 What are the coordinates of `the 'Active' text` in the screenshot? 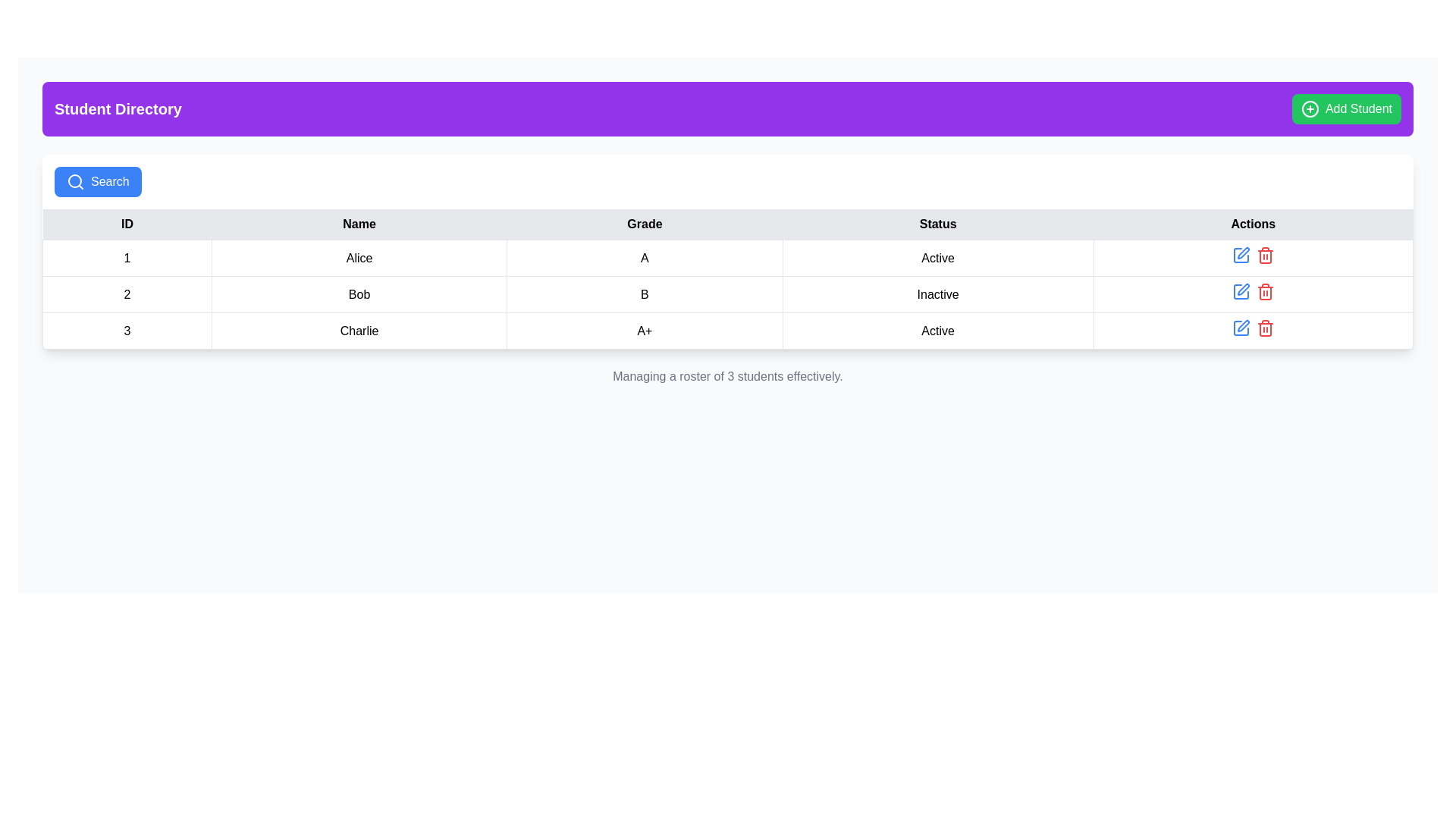 It's located at (937, 257).